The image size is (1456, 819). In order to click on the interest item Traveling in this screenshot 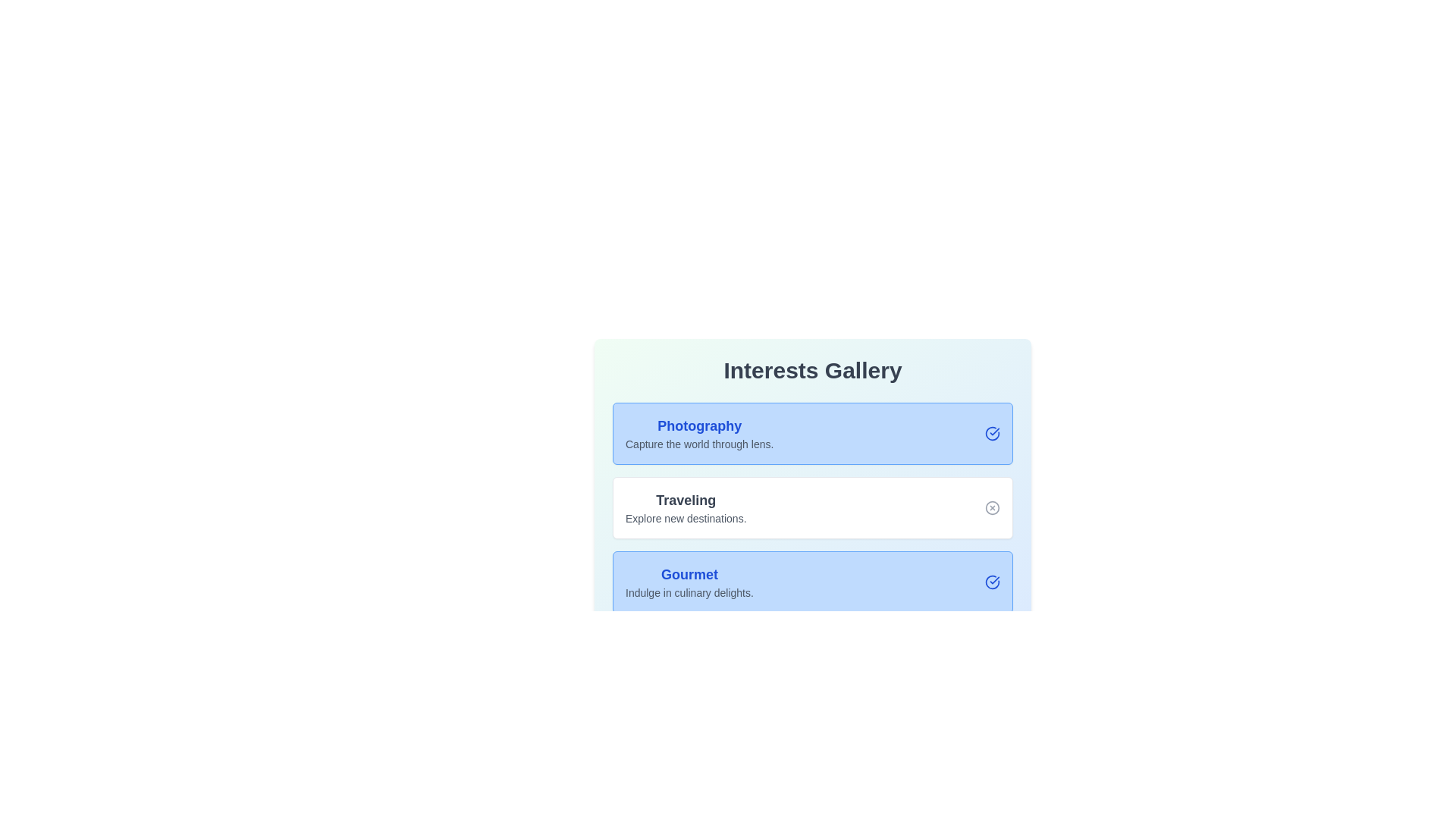, I will do `click(993, 508)`.